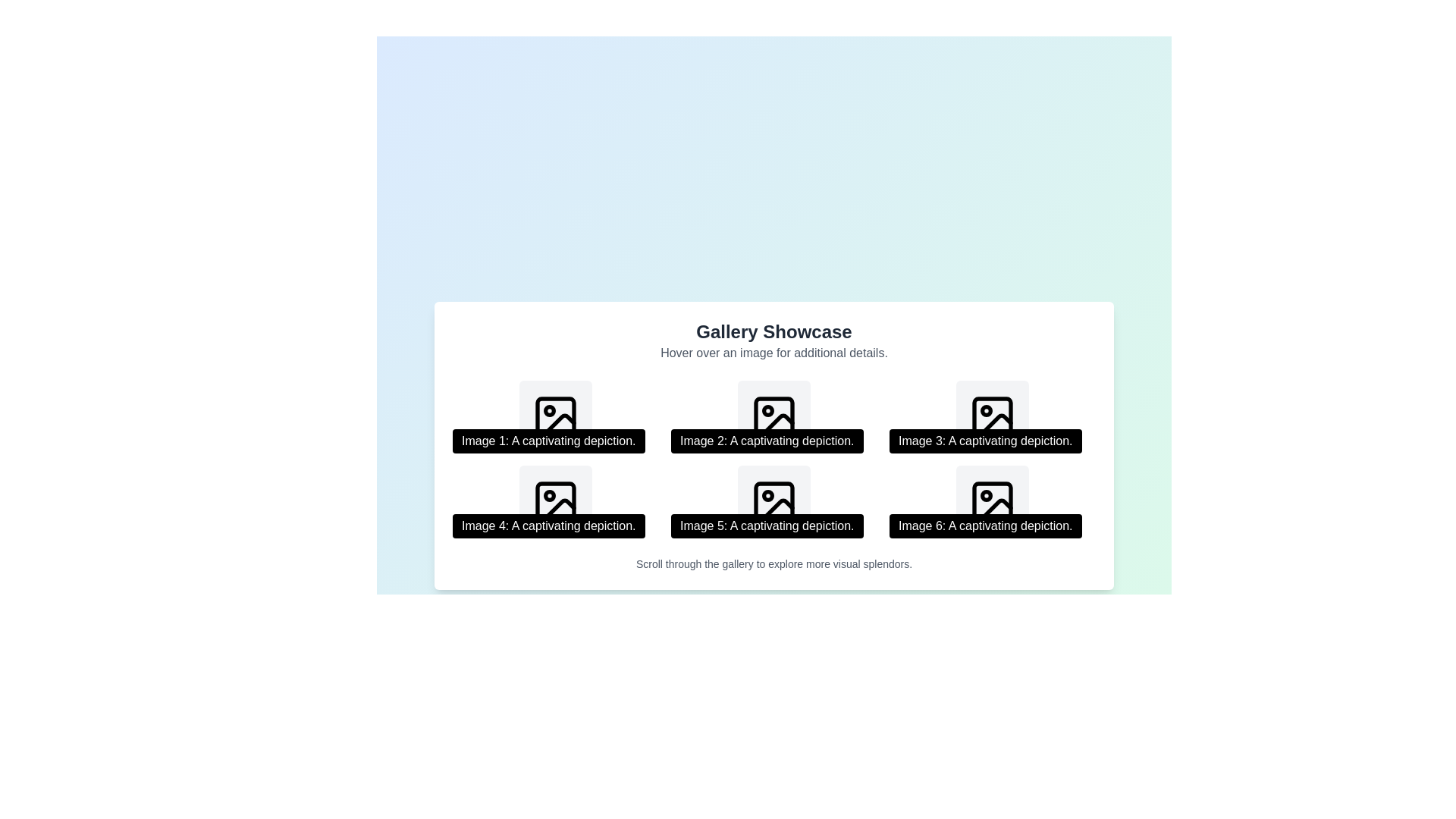 This screenshot has height=819, width=1456. Describe the element at coordinates (774, 564) in the screenshot. I see `the text element displaying the message 'Scroll through the gallery` at that location.